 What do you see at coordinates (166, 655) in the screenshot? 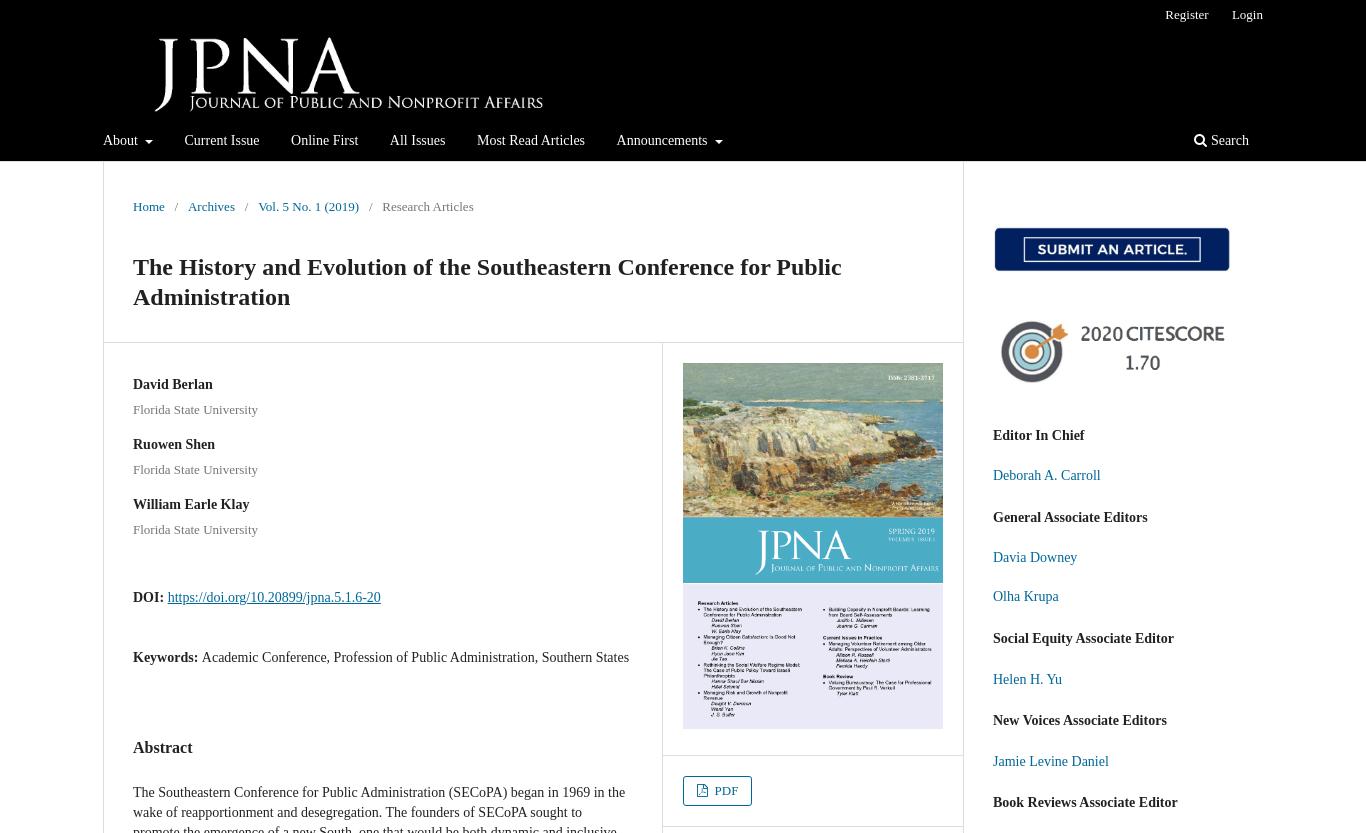
I see `'Keywords:'` at bounding box center [166, 655].